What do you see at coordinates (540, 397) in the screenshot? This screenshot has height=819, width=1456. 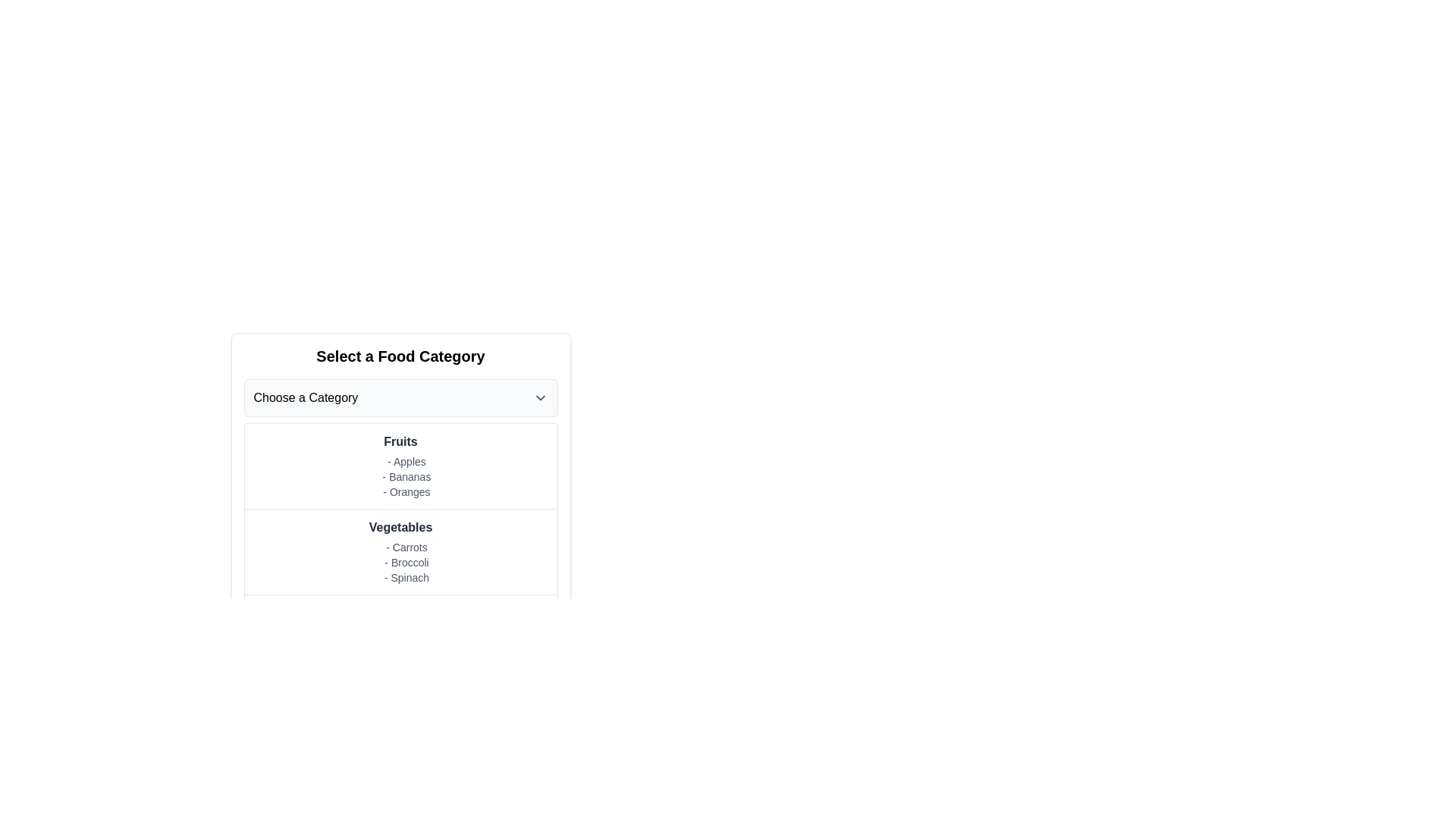 I see `the chevron icon located at the top-right of the 'Choose a Category' box` at bounding box center [540, 397].